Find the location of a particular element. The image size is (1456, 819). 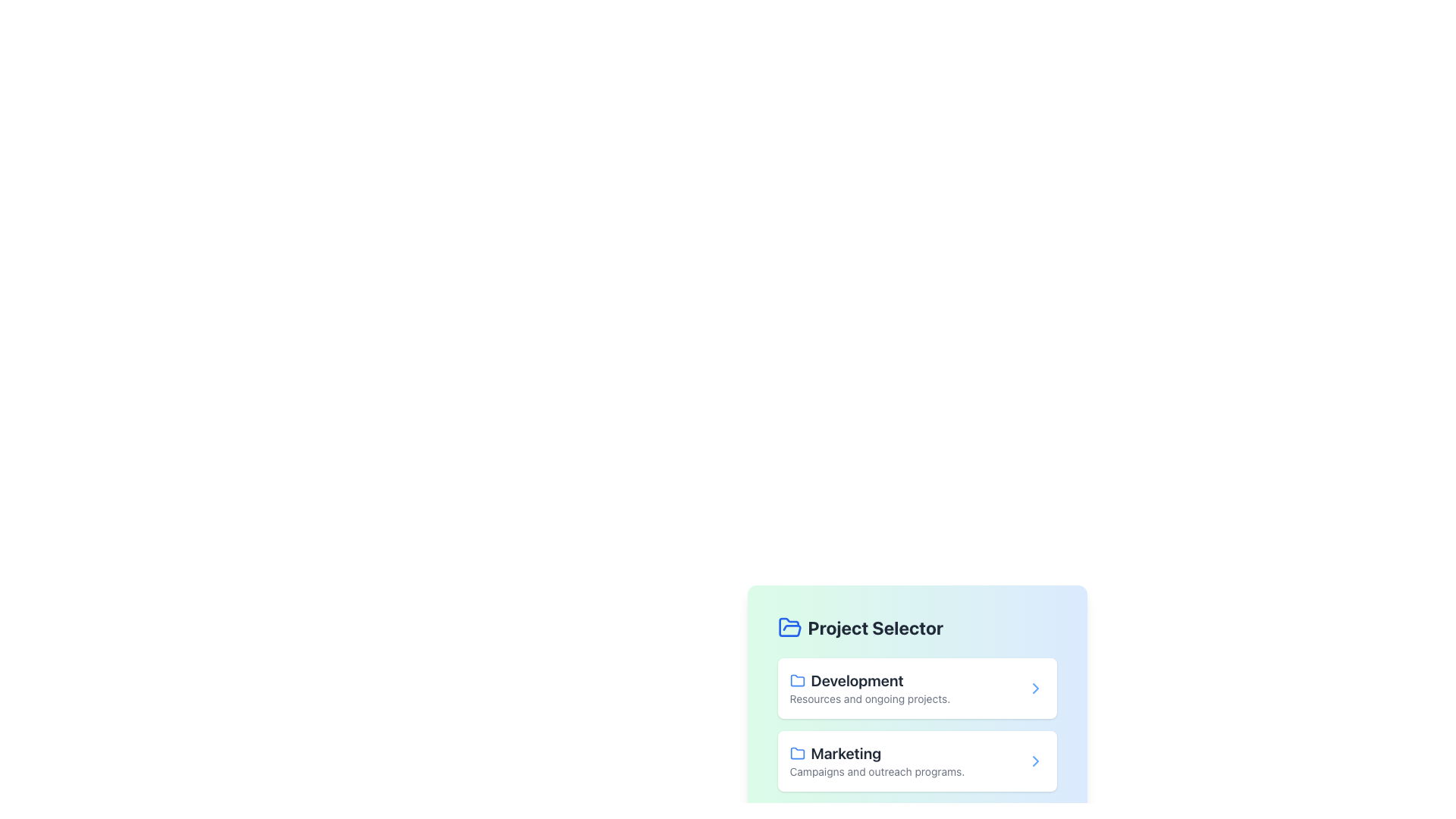

the 'Marketing' icon located to the left of the text 'Marketing' is located at coordinates (796, 754).